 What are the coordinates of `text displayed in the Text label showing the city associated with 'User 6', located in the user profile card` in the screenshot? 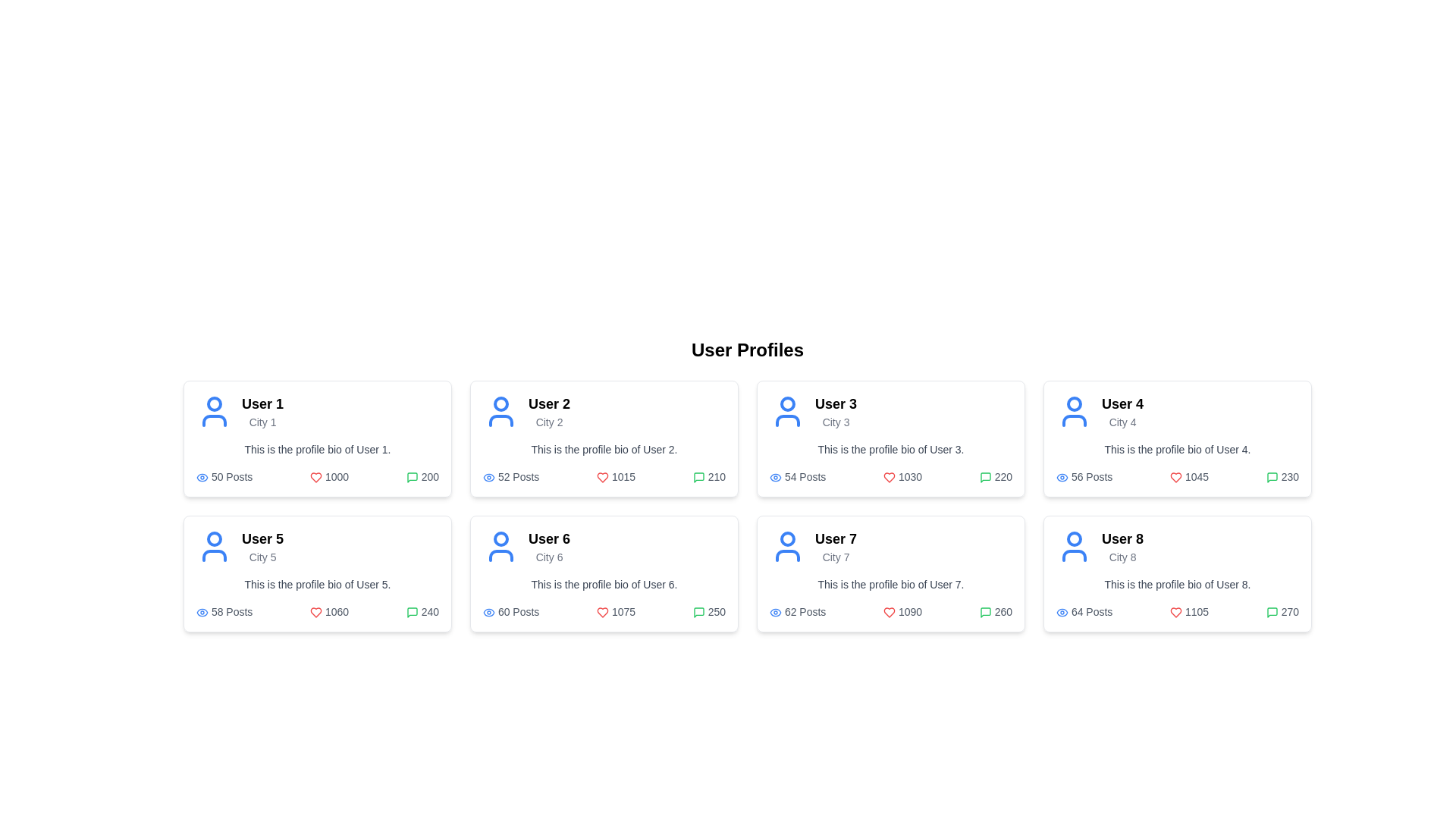 It's located at (548, 557).